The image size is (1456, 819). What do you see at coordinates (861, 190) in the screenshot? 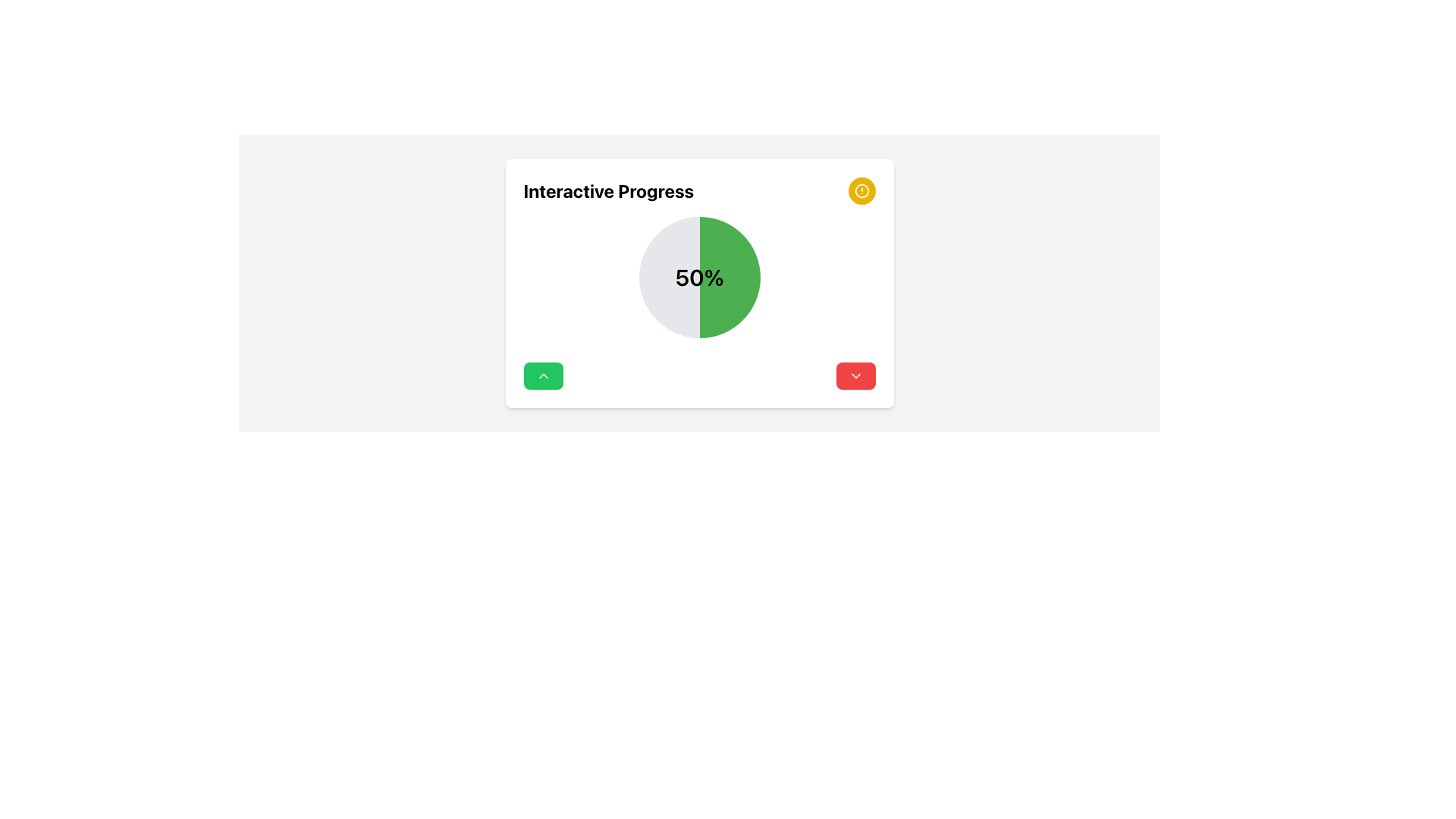
I see `the notification icon located at the top-right corner of the 'Interactive Progress' card, which serves as a visual alert or warning symbol` at bounding box center [861, 190].